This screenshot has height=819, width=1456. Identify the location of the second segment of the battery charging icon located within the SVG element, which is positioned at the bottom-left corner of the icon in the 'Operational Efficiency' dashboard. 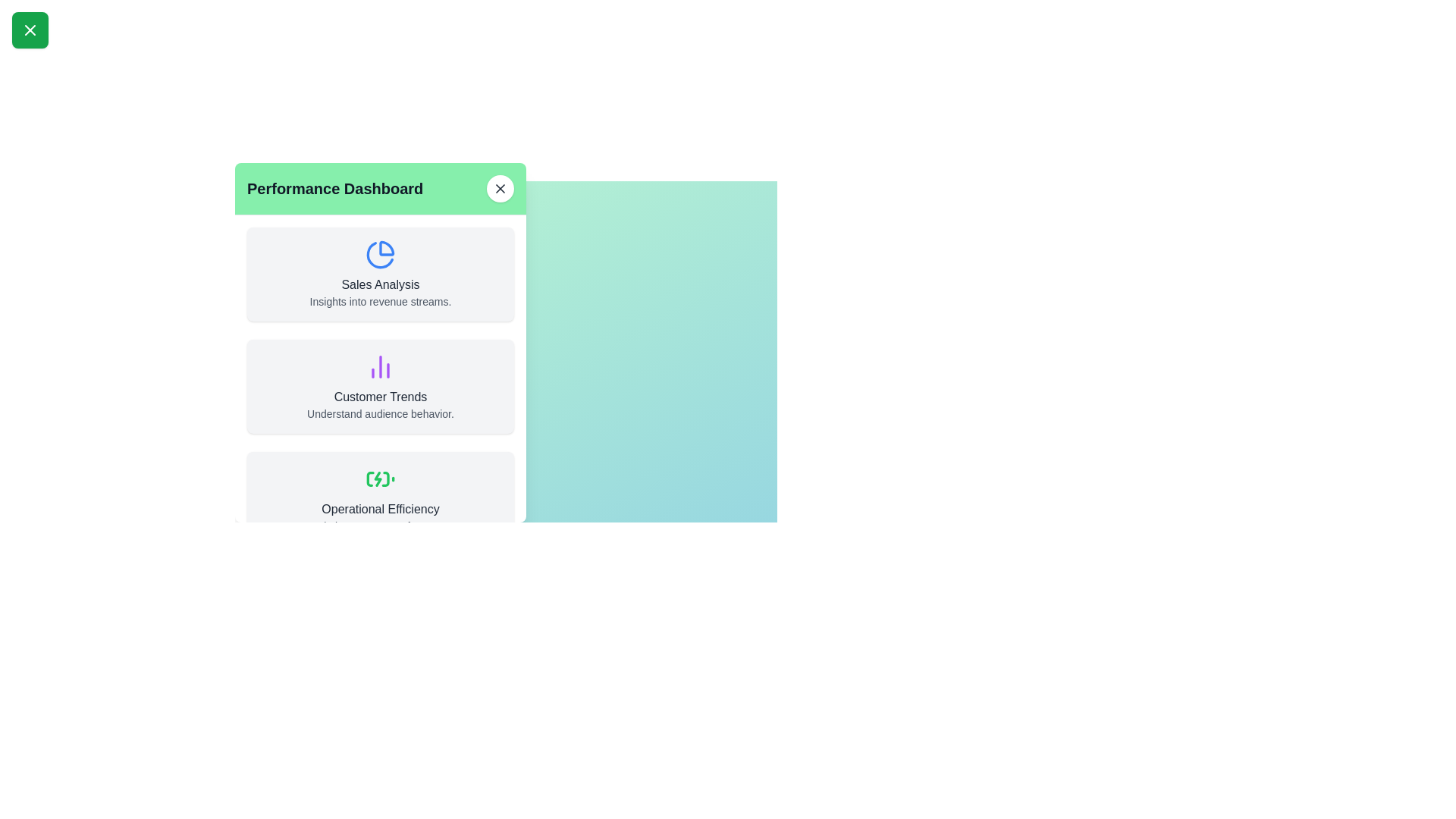
(370, 479).